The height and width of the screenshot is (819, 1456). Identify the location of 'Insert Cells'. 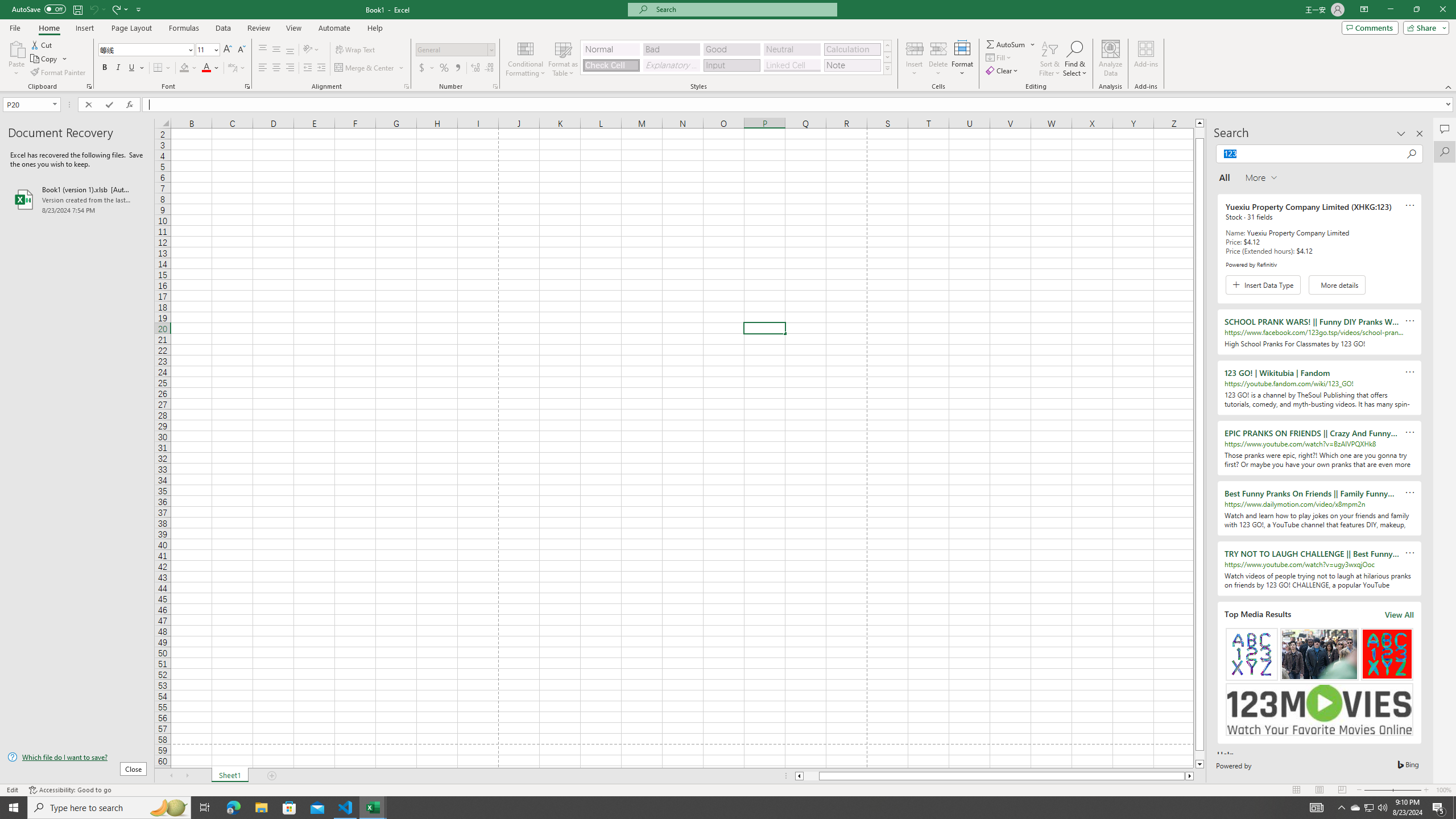
(913, 48).